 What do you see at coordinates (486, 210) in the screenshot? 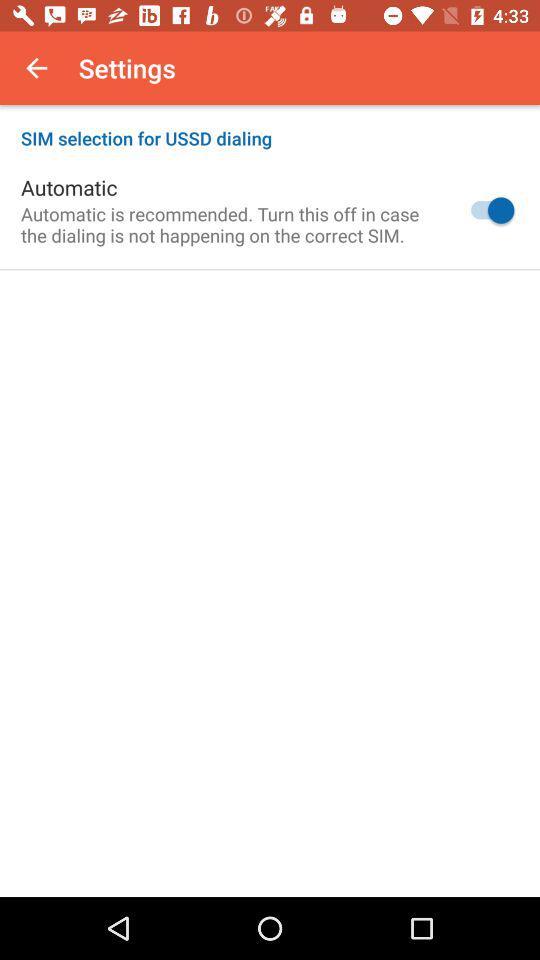
I see `the icon below the sim selection for item` at bounding box center [486, 210].